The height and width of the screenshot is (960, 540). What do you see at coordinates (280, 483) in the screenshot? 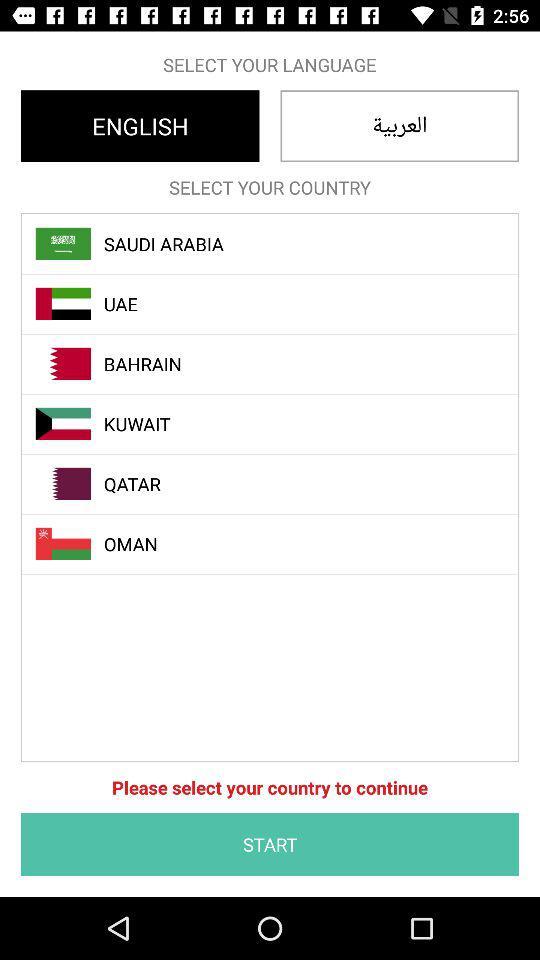
I see `qatar icon` at bounding box center [280, 483].